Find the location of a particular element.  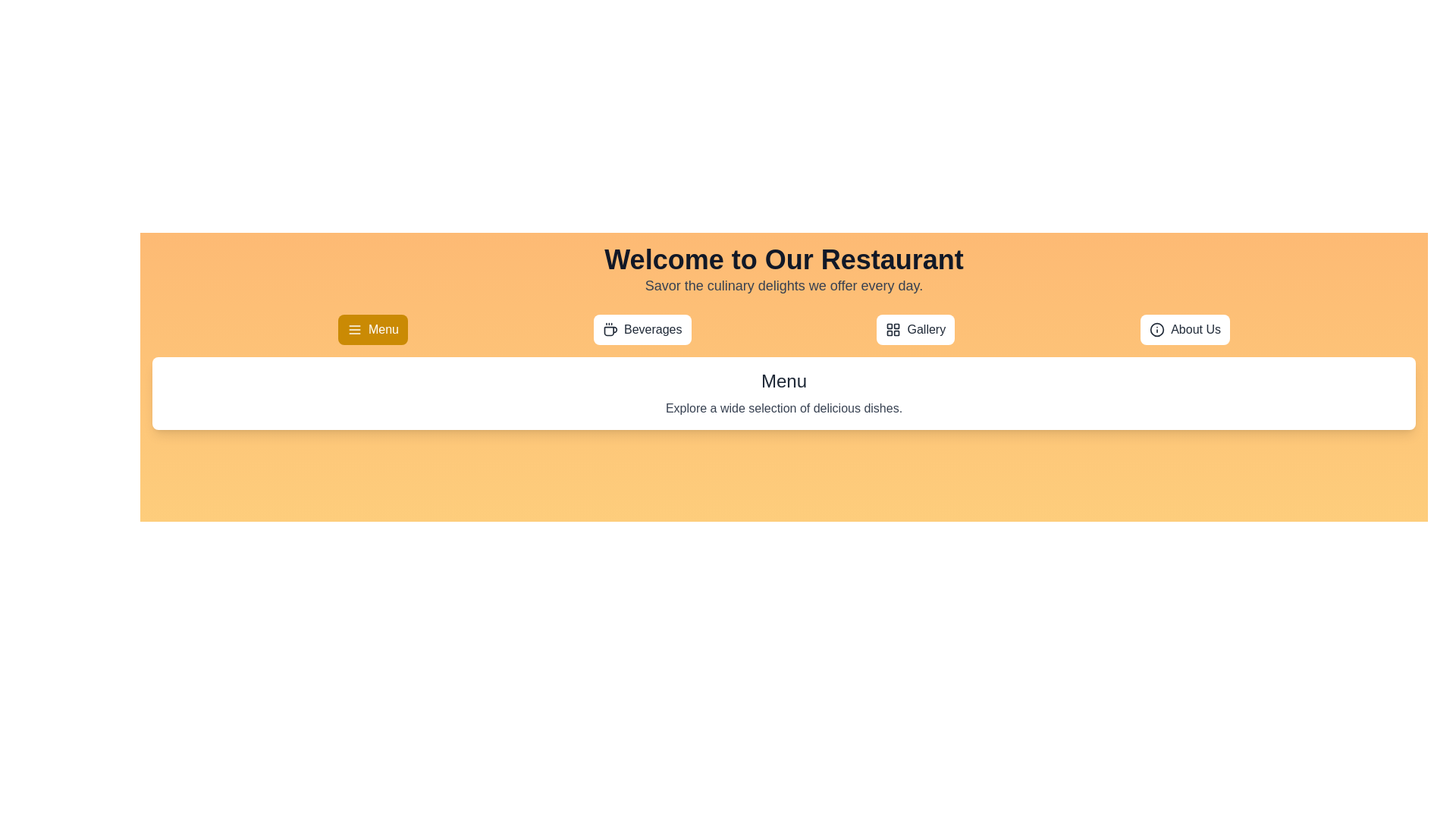

the About Us tab to view its content is located at coordinates (1185, 329).